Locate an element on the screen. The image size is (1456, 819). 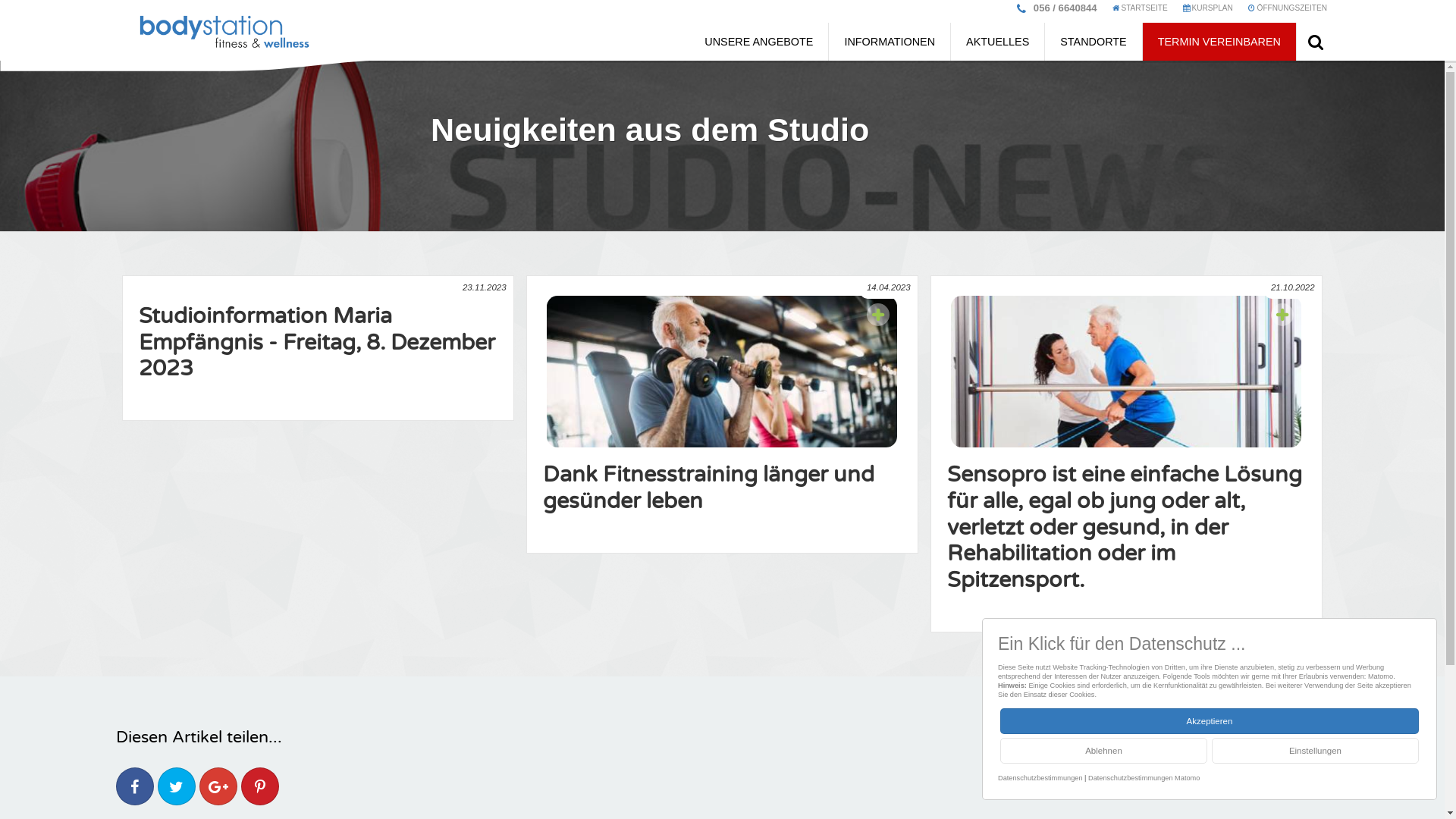
'Datenschutzbestimmungen Matomo' is located at coordinates (1144, 778).